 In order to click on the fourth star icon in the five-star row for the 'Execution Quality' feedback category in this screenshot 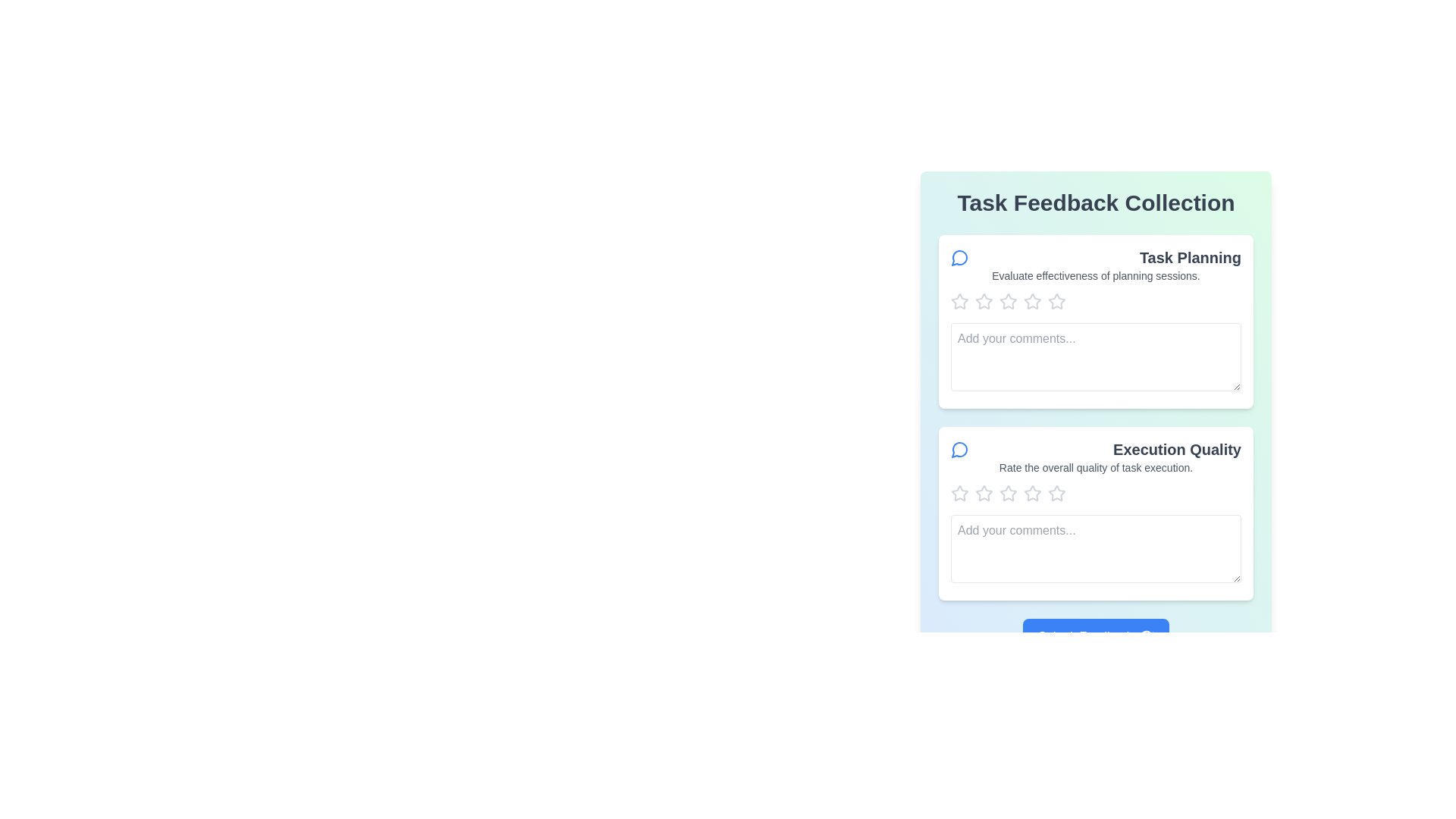, I will do `click(1032, 493)`.